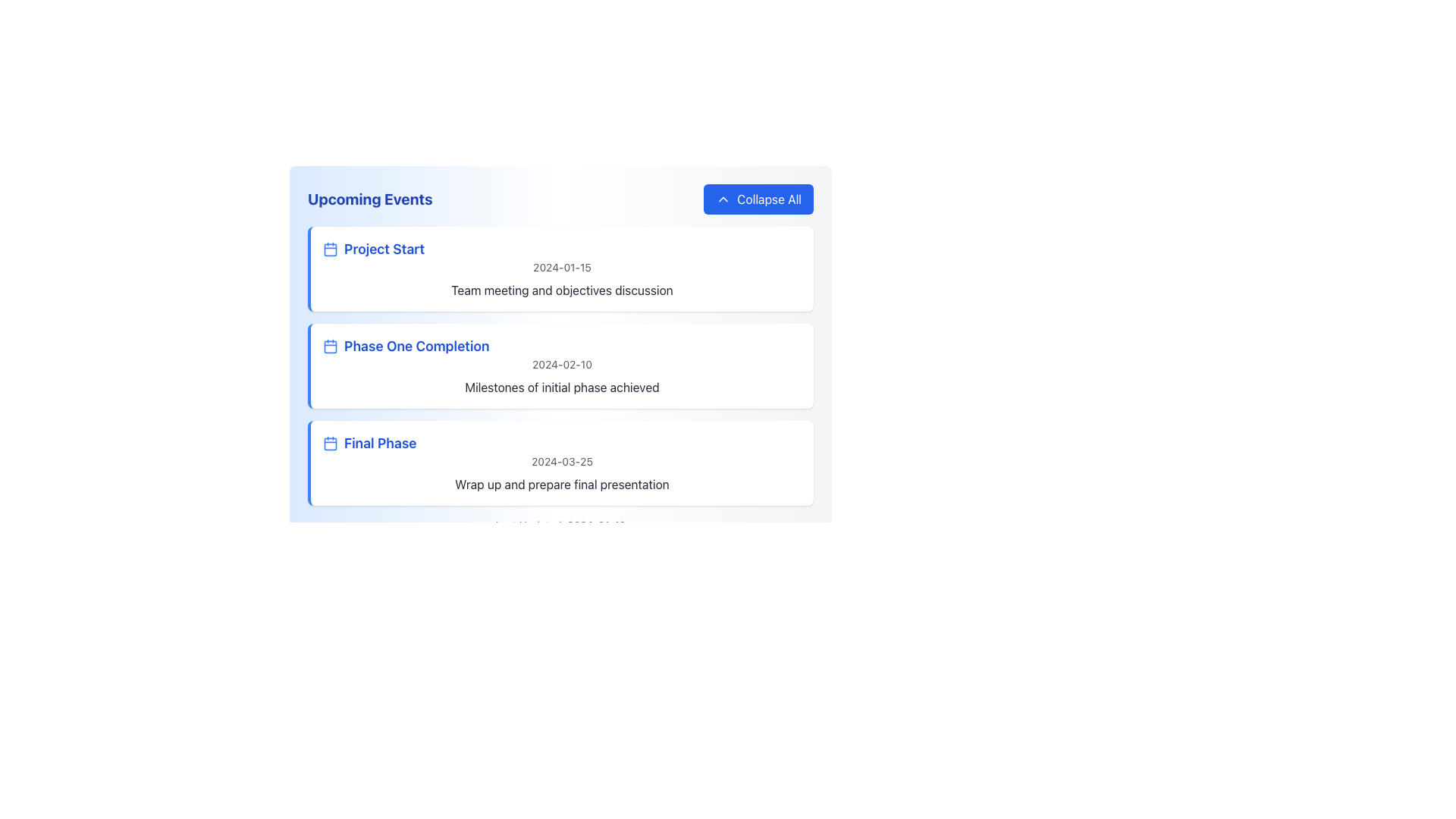  I want to click on the text label indicating the date associated with the 'Phase One Completion' milestone, located in the center-right portion of the card, so click(561, 365).